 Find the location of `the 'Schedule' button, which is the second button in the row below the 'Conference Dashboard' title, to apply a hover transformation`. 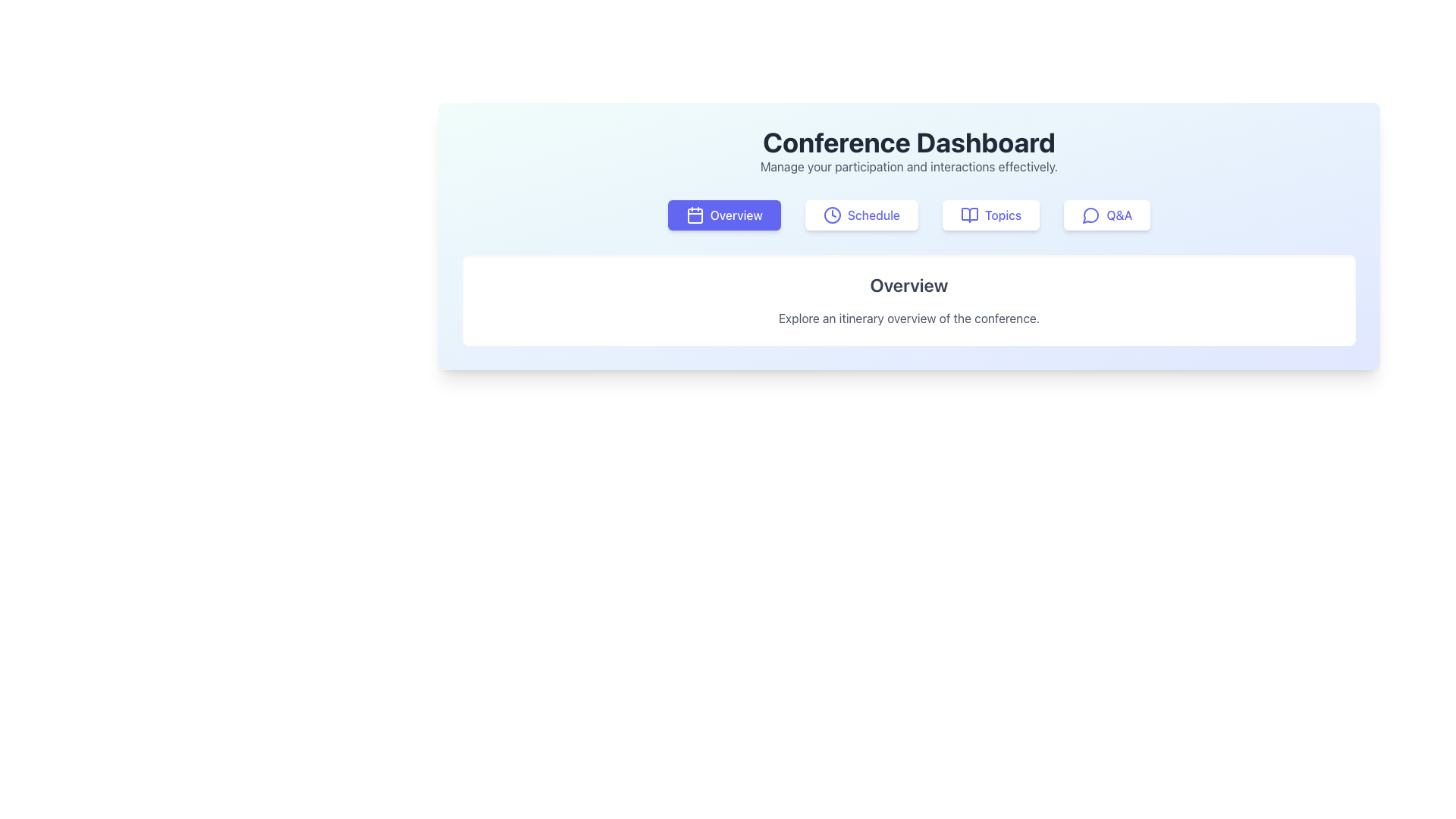

the 'Schedule' button, which is the second button in the row below the 'Conference Dashboard' title, to apply a hover transformation is located at coordinates (861, 215).